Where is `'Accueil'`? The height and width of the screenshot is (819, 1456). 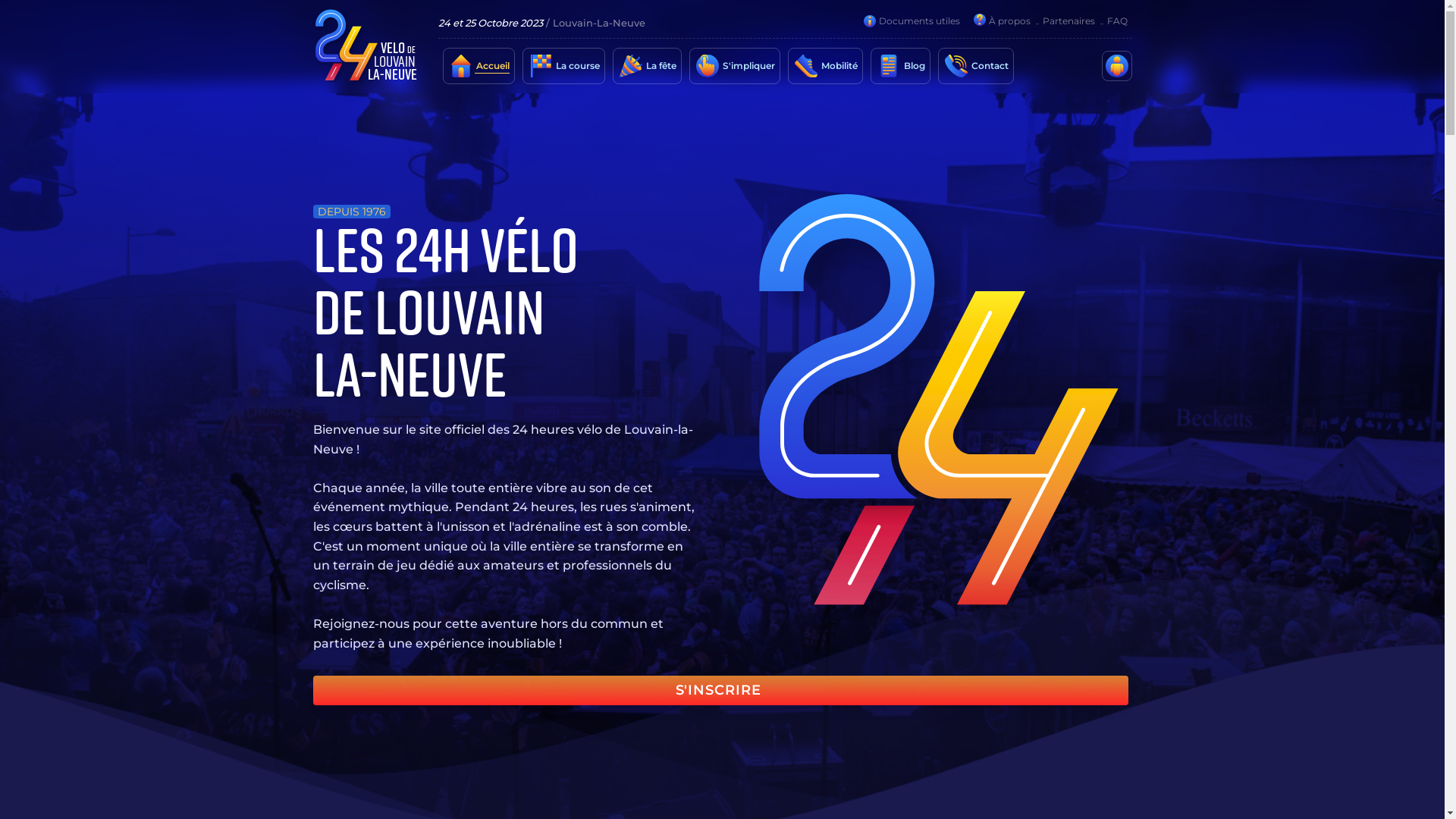 'Accueil' is located at coordinates (491, 65).